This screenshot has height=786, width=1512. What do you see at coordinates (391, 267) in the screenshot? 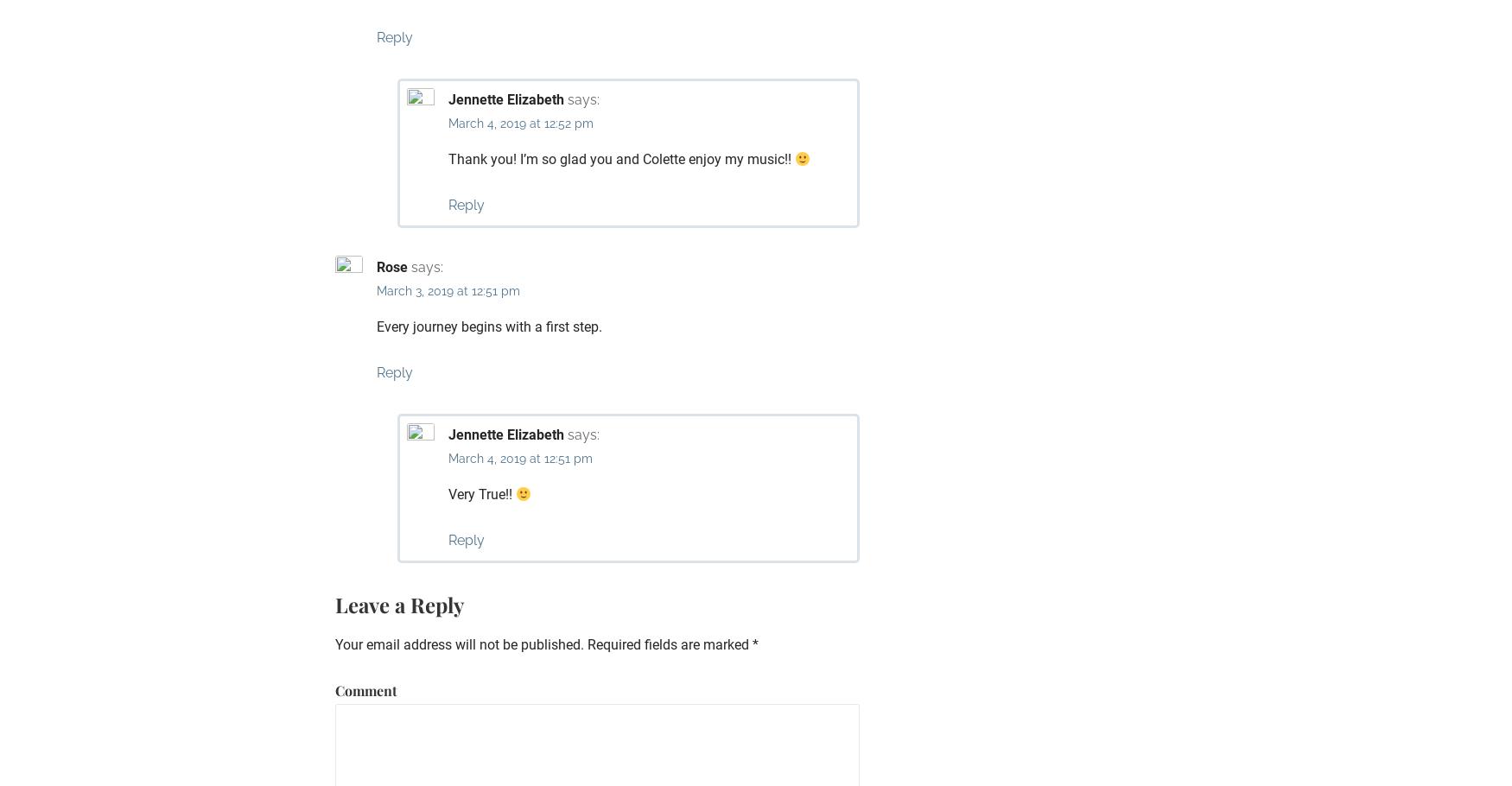
I see `'Rose'` at bounding box center [391, 267].